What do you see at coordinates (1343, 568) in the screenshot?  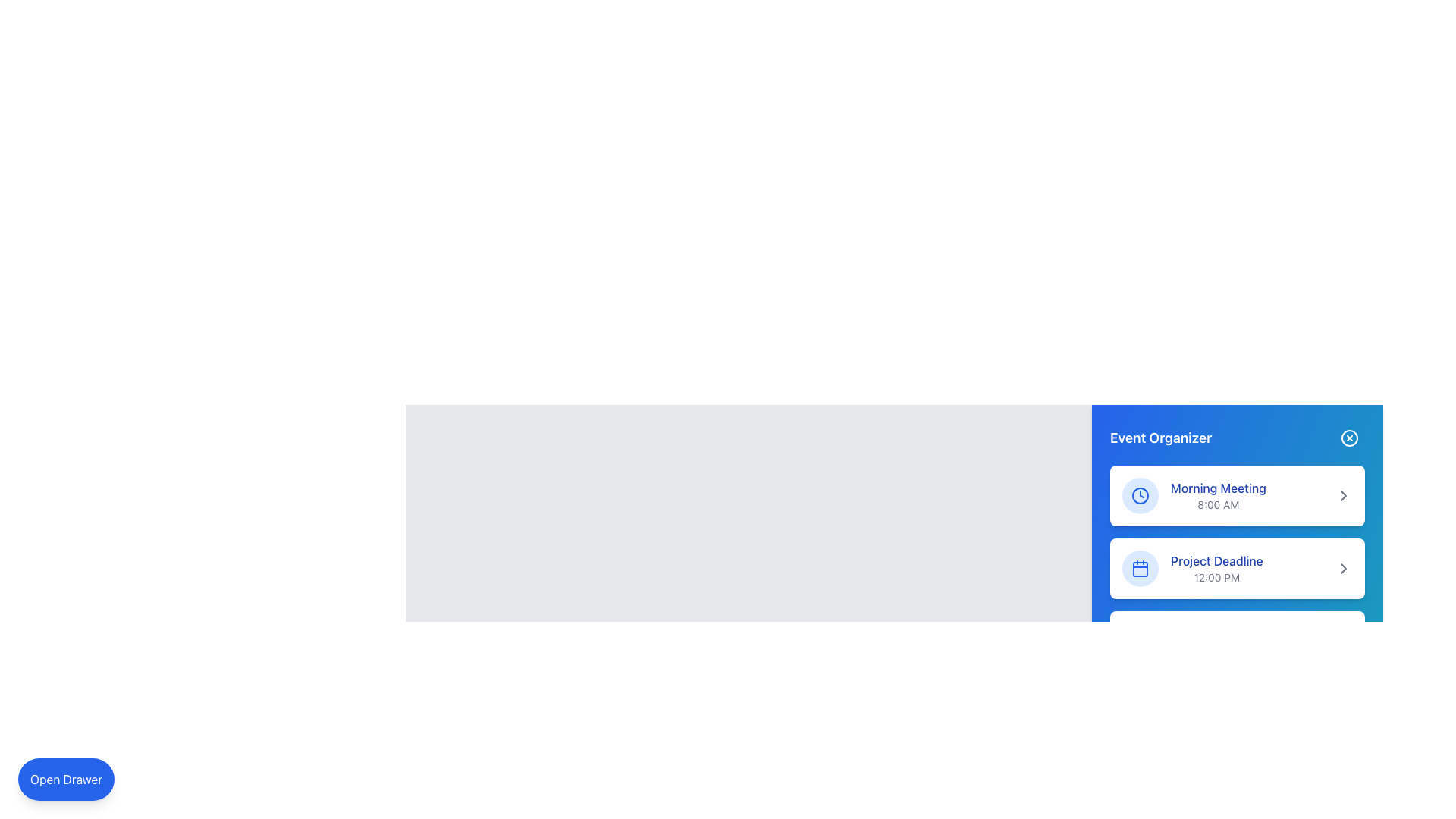 I see `the rightward-pointing chevron icon located on the far-right side of the 'Project Deadline' section in the 'Event Organizer' widget` at bounding box center [1343, 568].